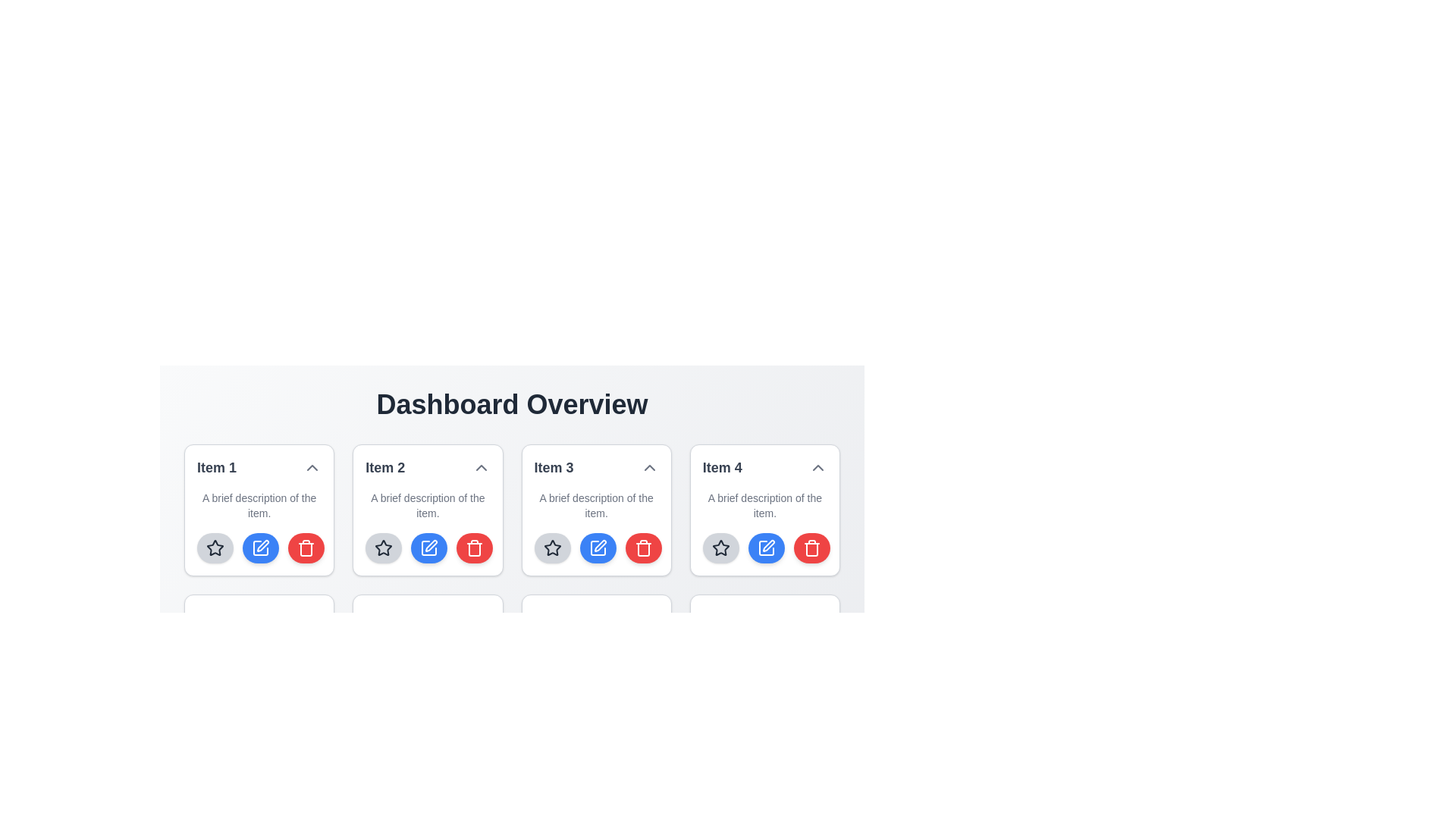  I want to click on the circular red button with a white trash icon located in the card labeled 'Item 2', which is the third button from the left, so click(474, 548).